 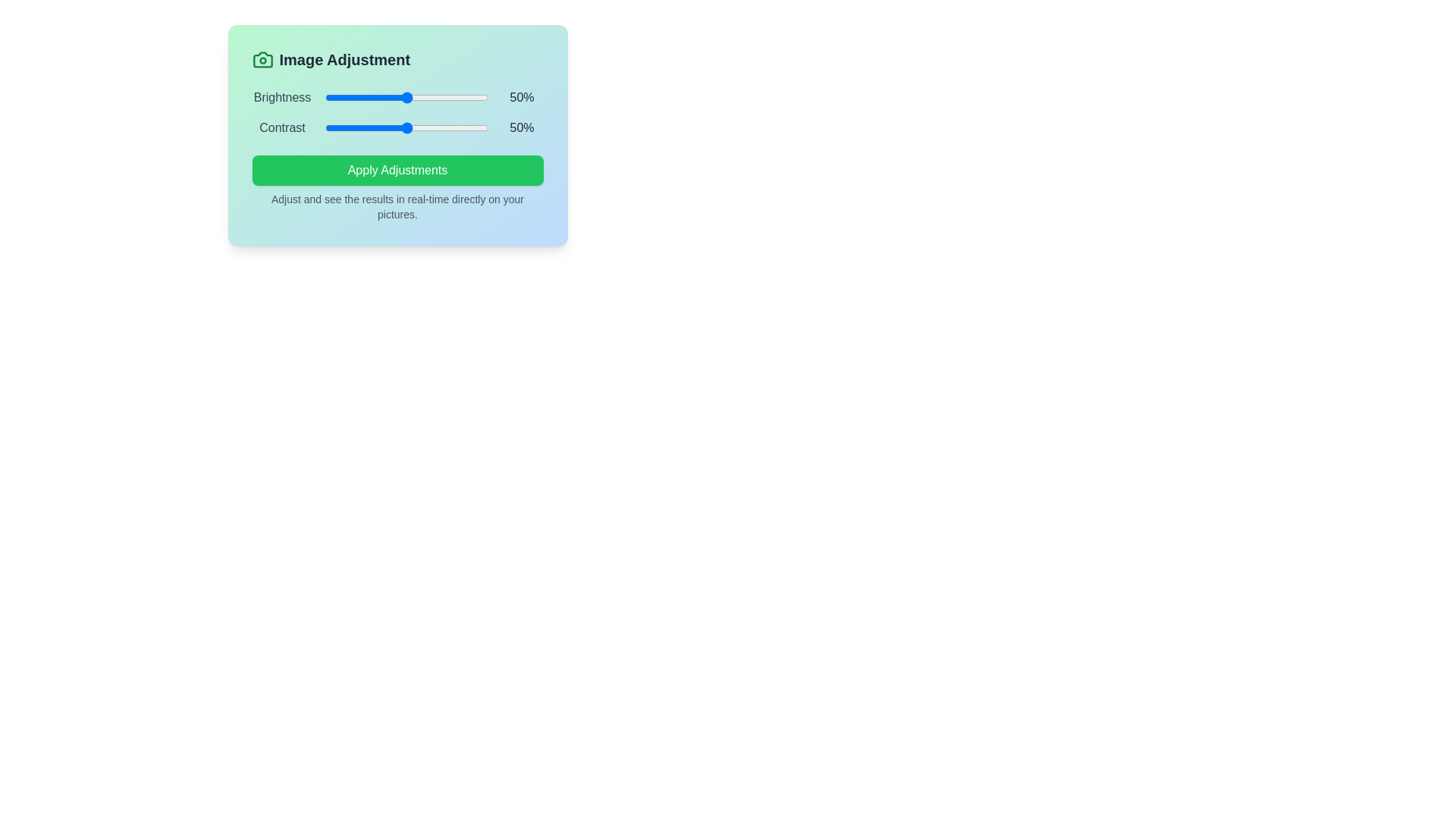 I want to click on the brightness slider to 96%, so click(x=481, y=97).